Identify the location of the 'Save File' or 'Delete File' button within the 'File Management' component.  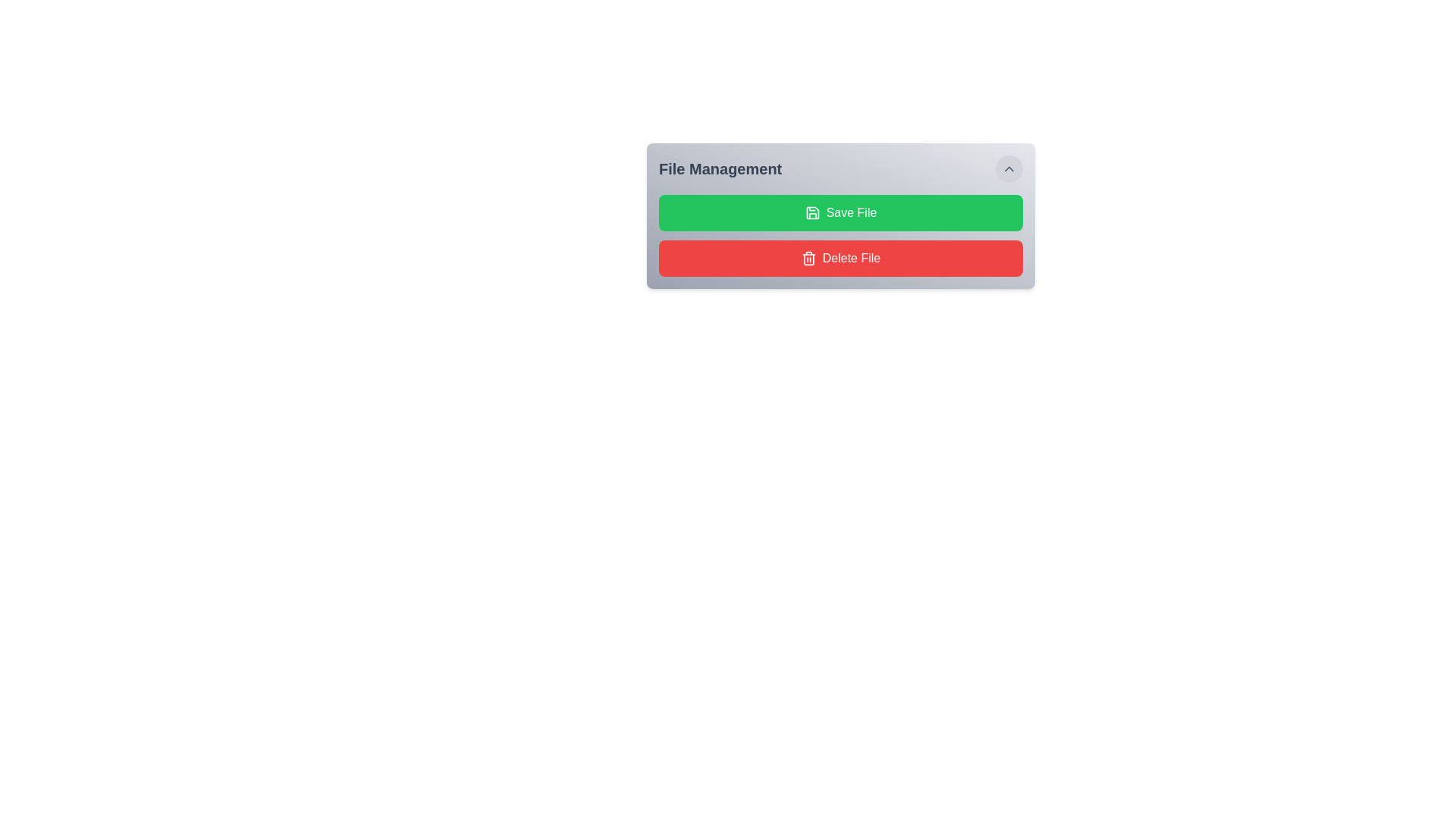
(839, 236).